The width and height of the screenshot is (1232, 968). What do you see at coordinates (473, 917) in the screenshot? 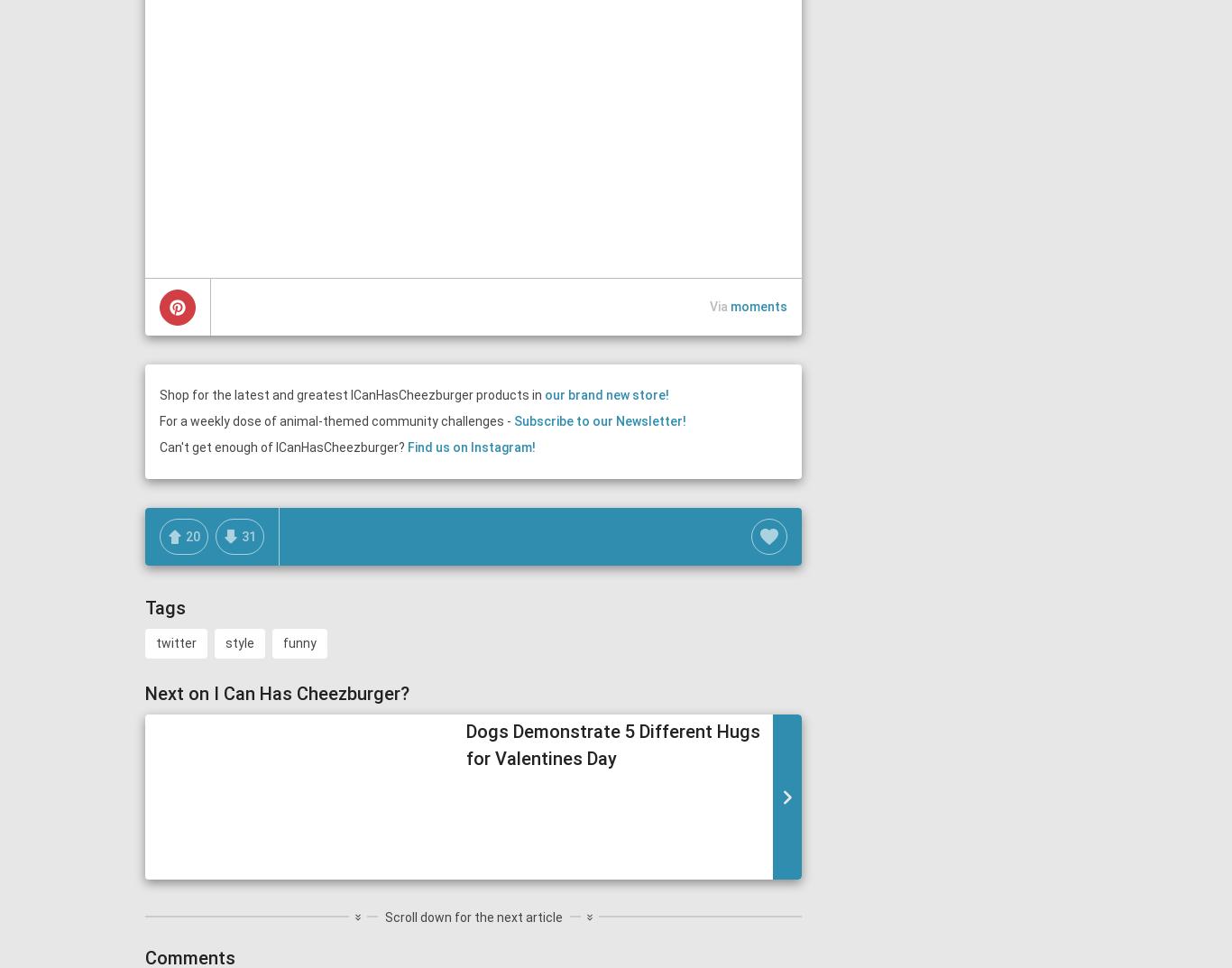
I see `'Scroll down for the next article'` at bounding box center [473, 917].